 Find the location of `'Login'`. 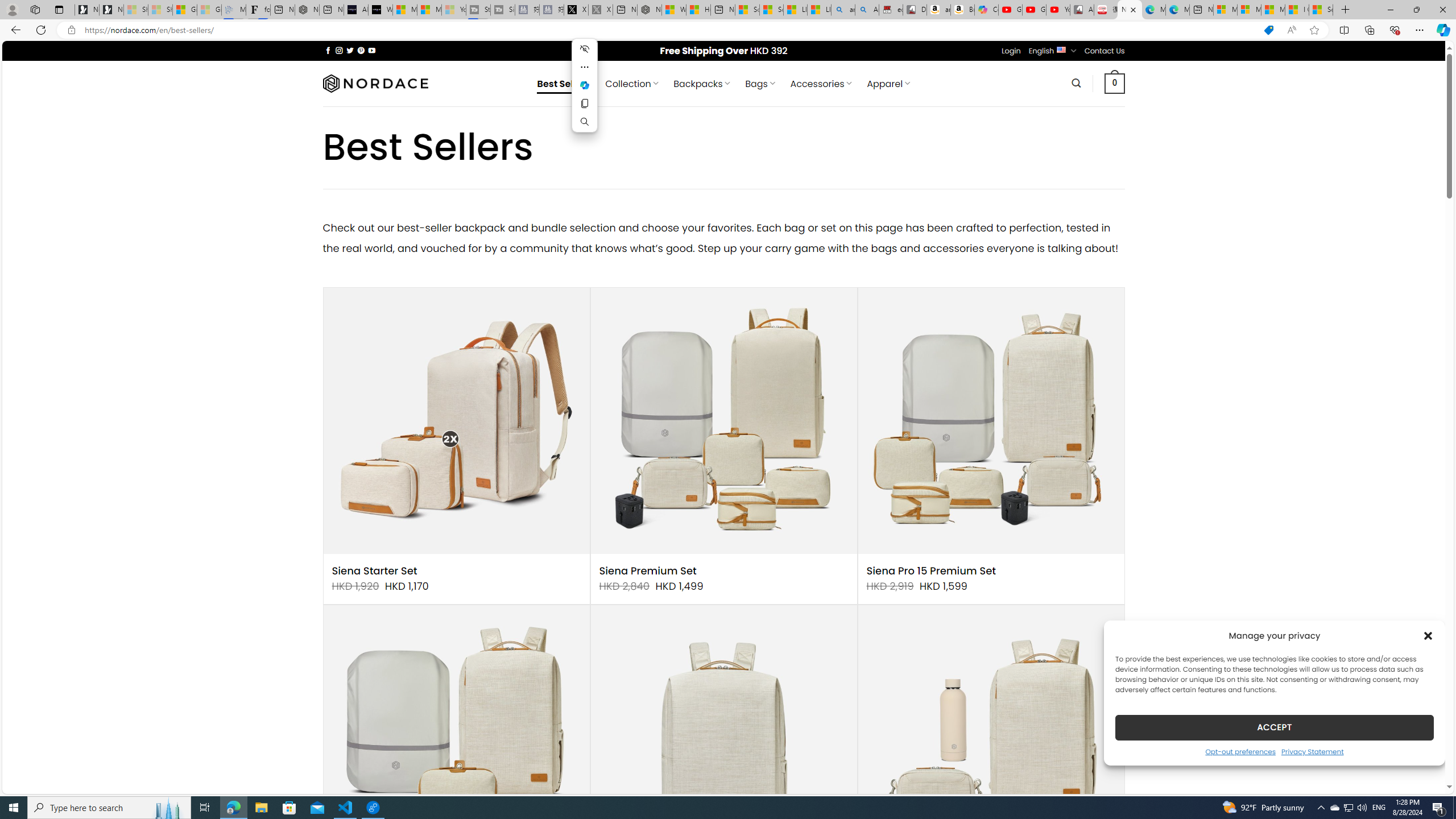

'Login' is located at coordinates (1011, 51).